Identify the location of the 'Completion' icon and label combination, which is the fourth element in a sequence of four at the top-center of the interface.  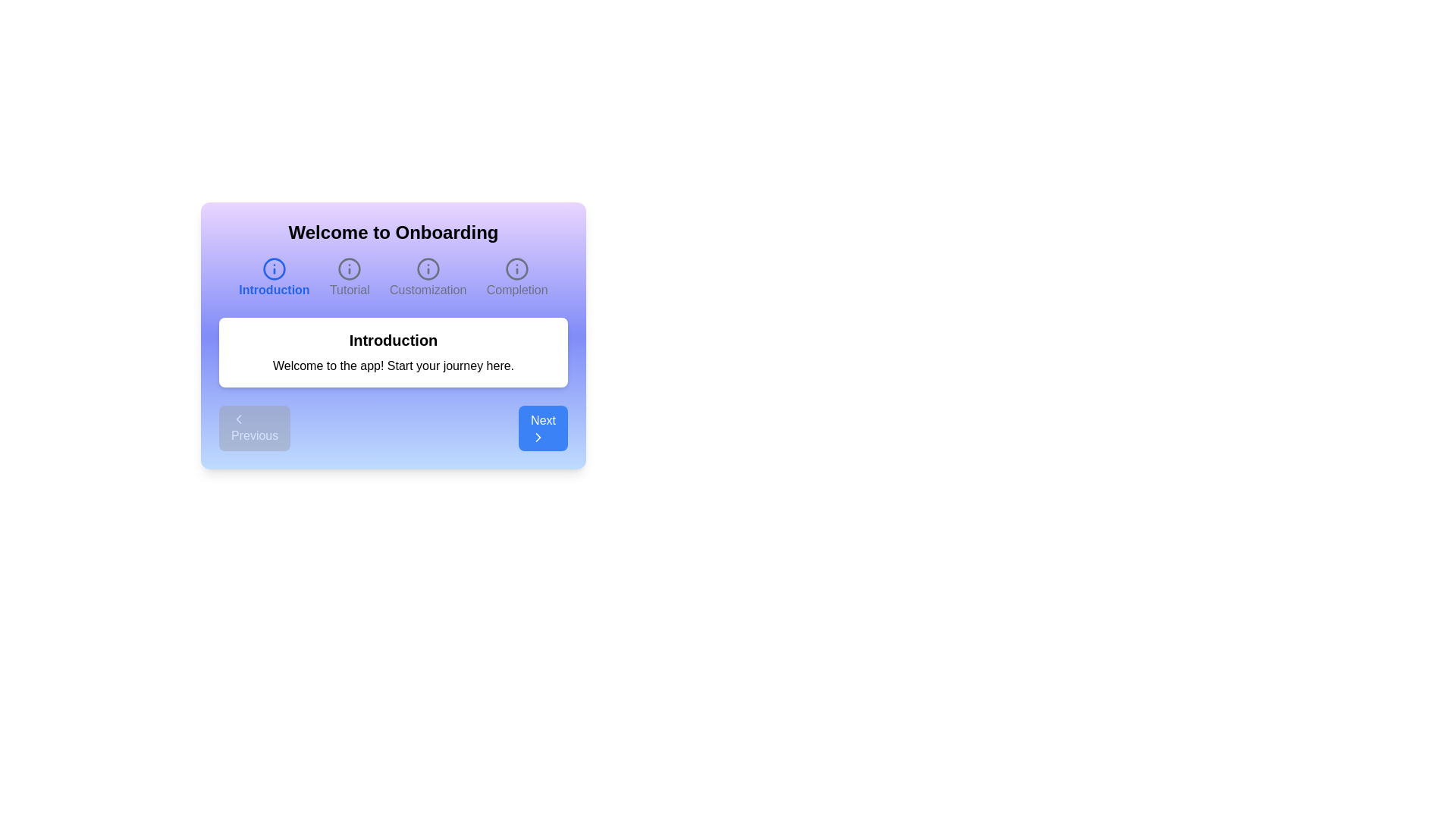
(517, 278).